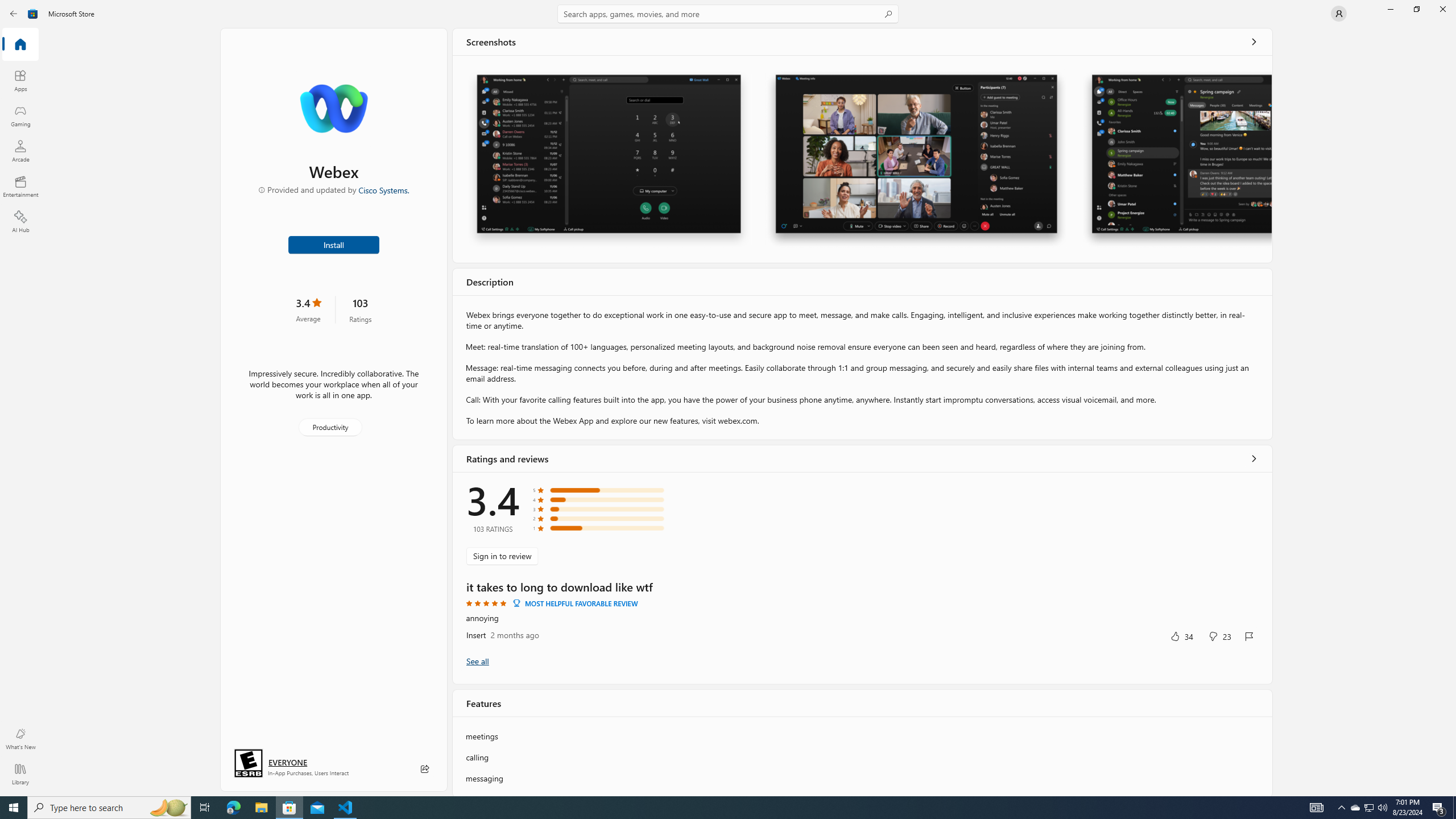 The height and width of the screenshot is (819, 1456). What do you see at coordinates (1249, 636) in the screenshot?
I see `'Report review'` at bounding box center [1249, 636].